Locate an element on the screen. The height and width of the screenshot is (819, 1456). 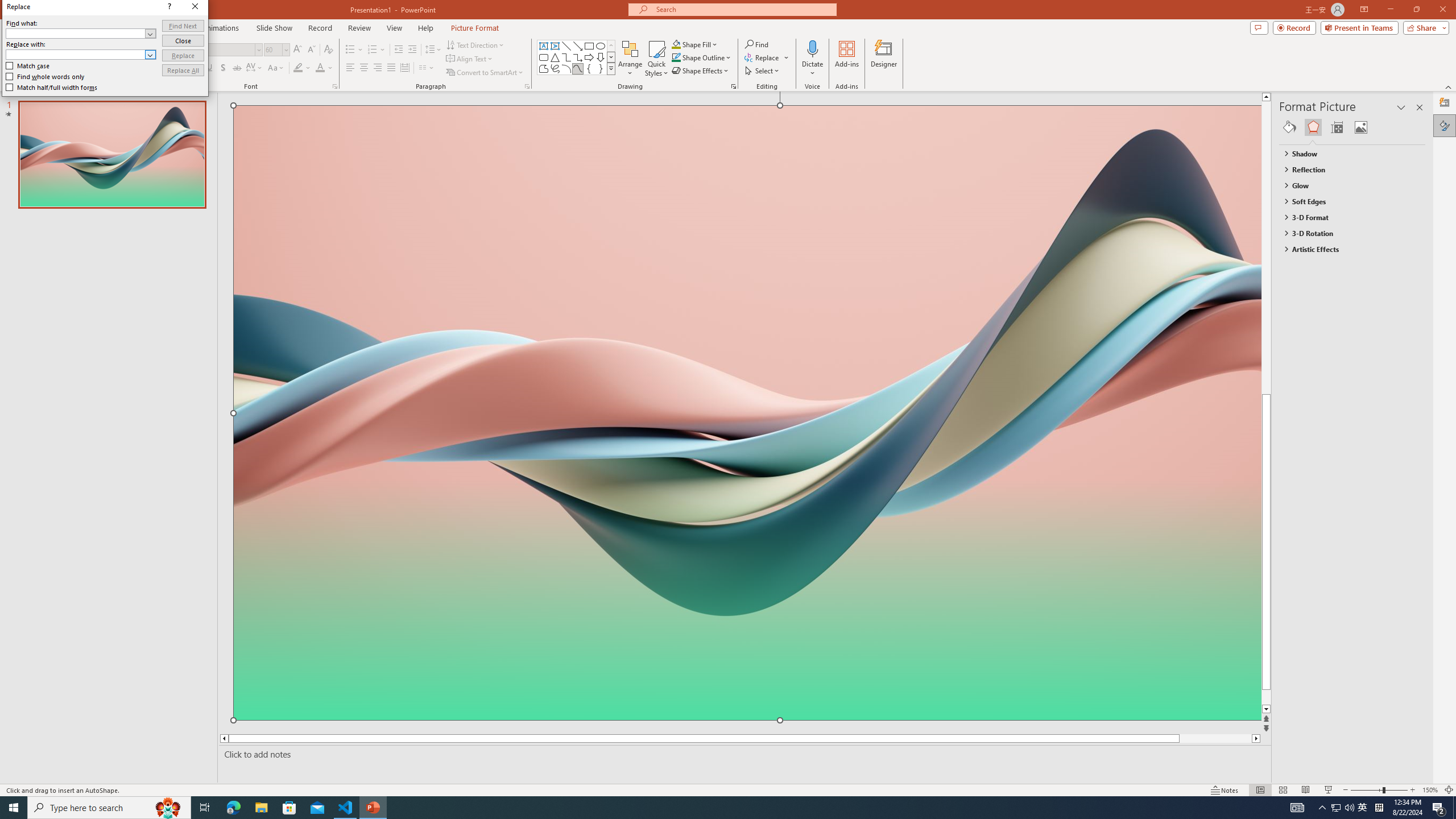
'Rectangle: Rounded Corners' is located at coordinates (543, 56).